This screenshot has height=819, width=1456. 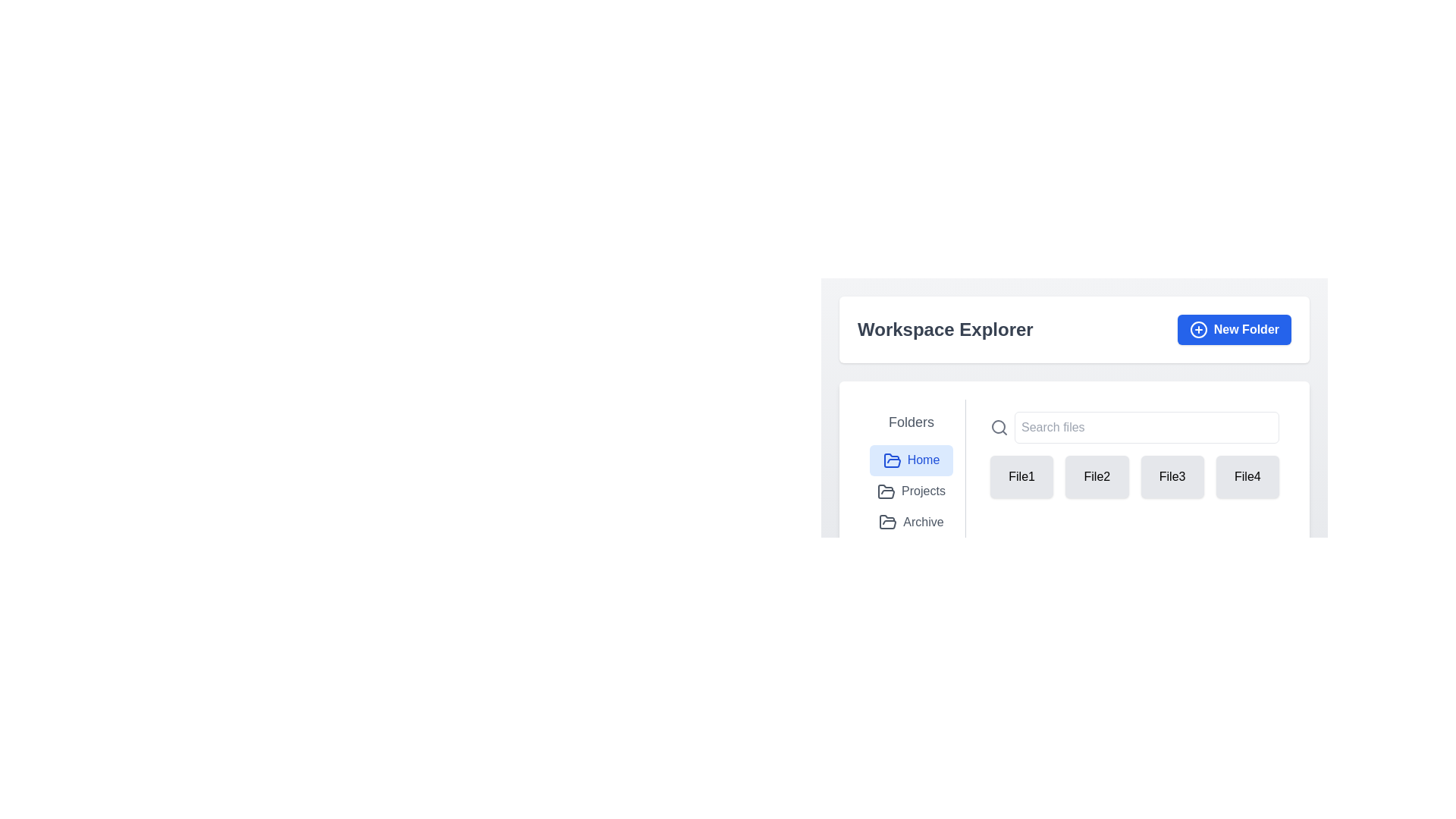 I want to click on SVG circle component that represents the plus icon for customization, located at the center of the plus icon, near the 'New Folder' button, so click(x=1197, y=329).